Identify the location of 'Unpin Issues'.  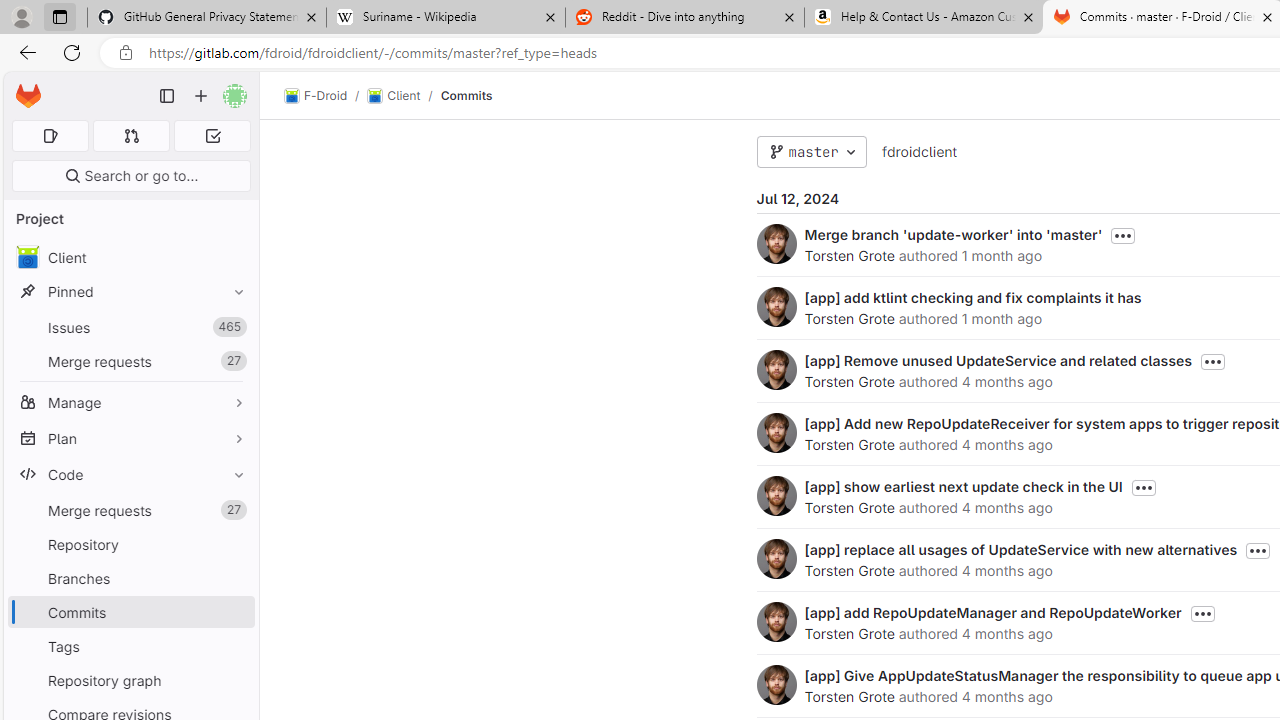
(234, 326).